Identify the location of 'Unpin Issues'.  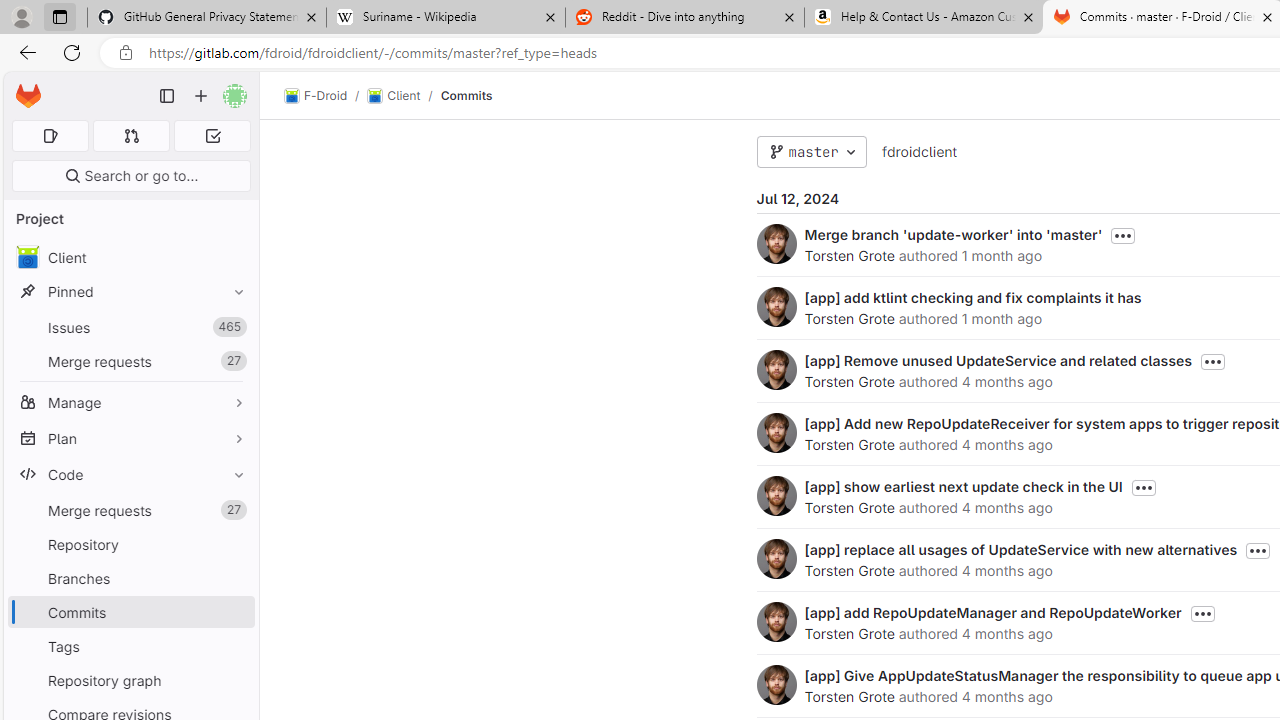
(234, 326).